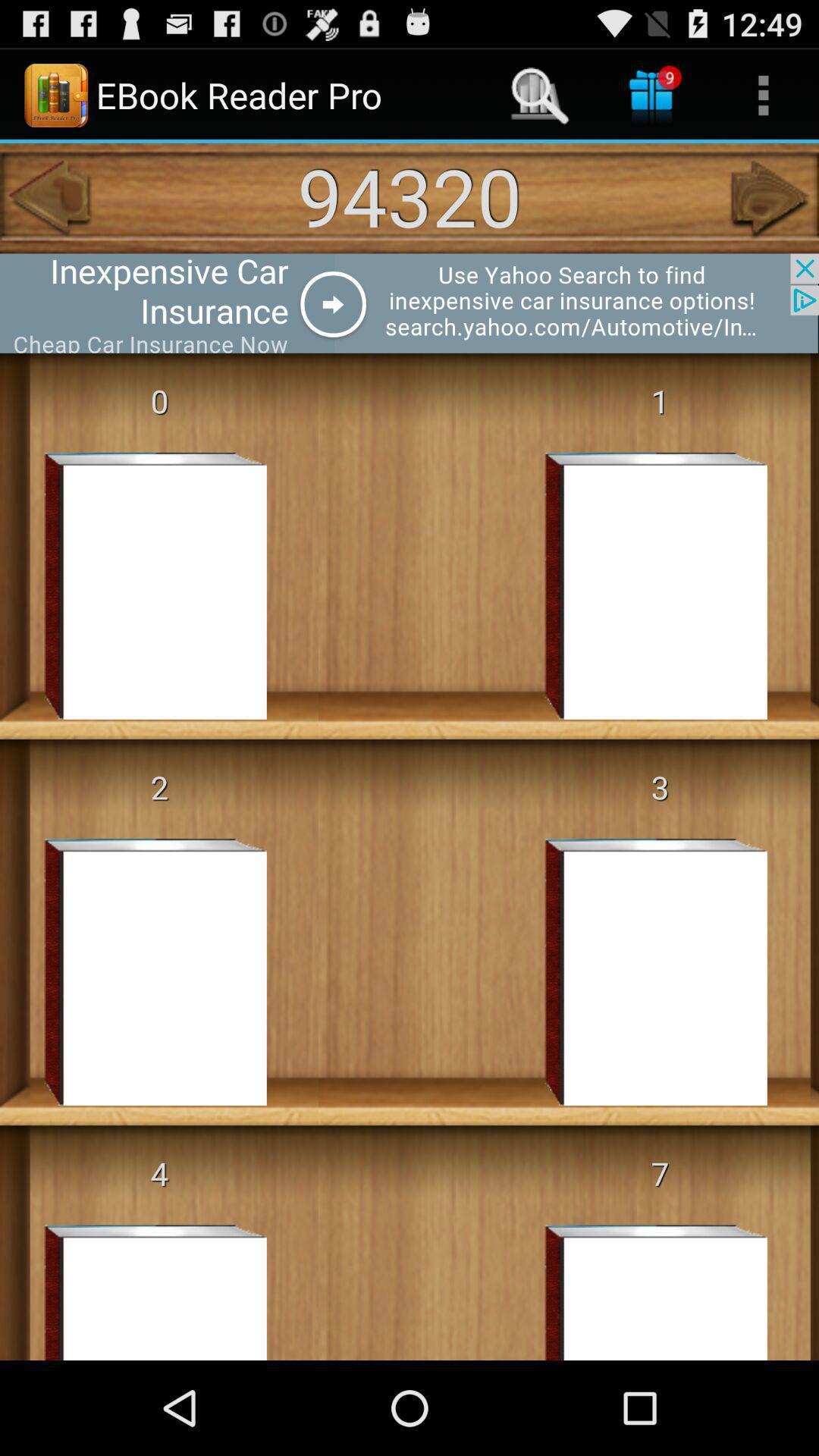 Image resolution: width=819 pixels, height=1456 pixels. What do you see at coordinates (409, 303) in the screenshot?
I see `icon above 0 icon` at bounding box center [409, 303].